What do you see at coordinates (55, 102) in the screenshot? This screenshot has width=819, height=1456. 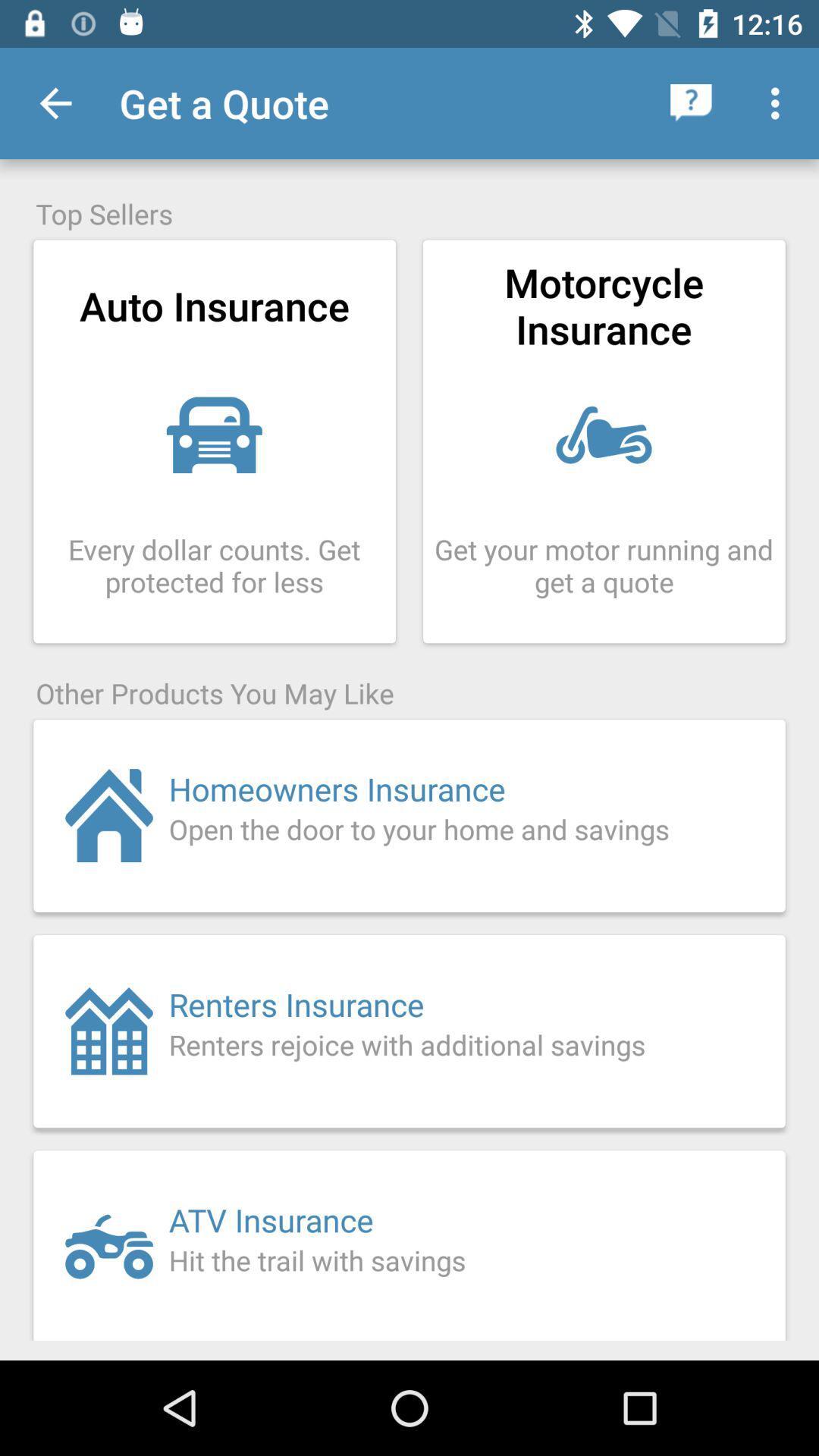 I see `the icon next to get a quote item` at bounding box center [55, 102].